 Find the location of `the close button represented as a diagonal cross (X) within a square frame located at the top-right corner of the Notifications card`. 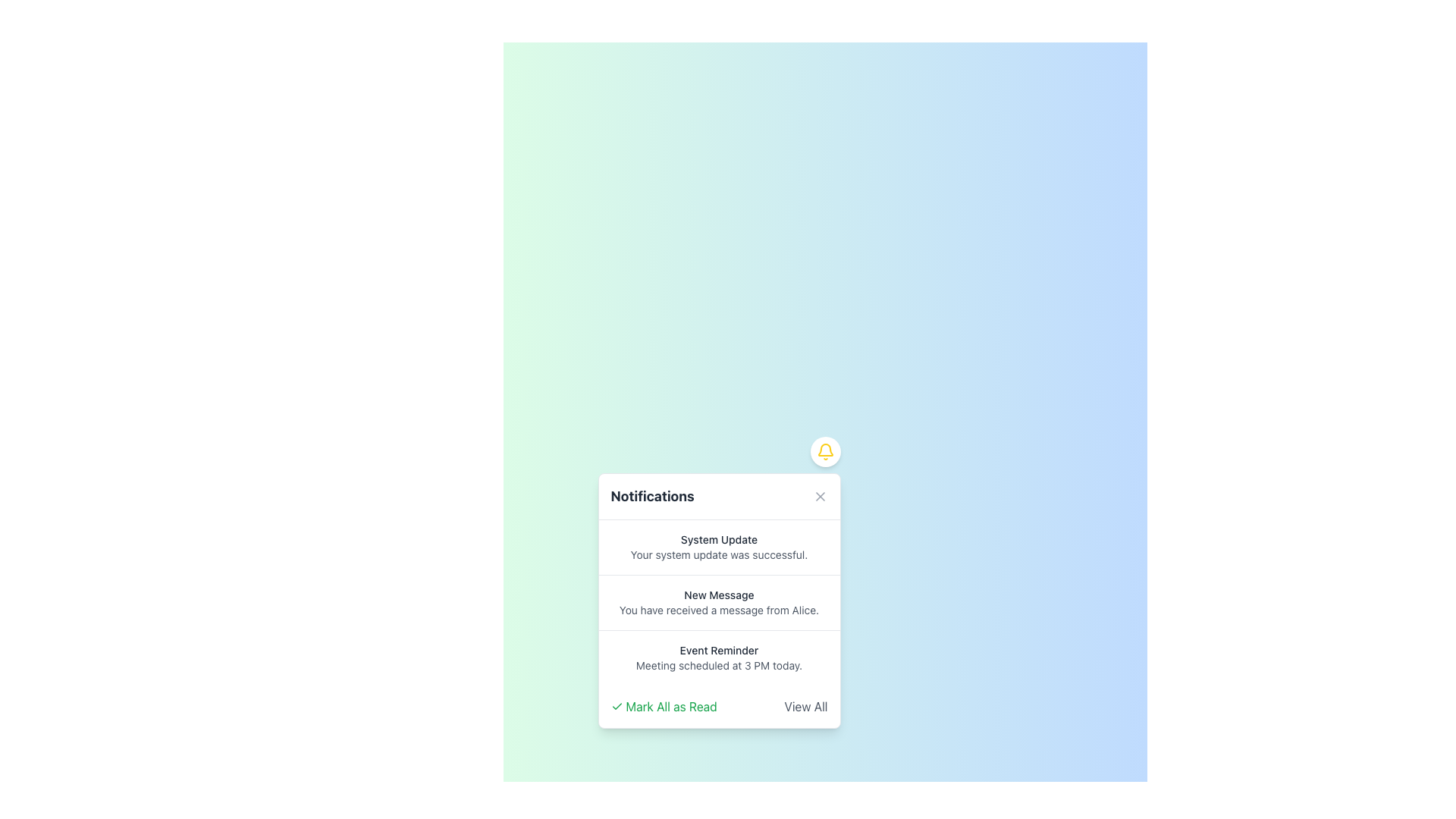

the close button represented as a diagonal cross (X) within a square frame located at the top-right corner of the Notifications card is located at coordinates (819, 497).